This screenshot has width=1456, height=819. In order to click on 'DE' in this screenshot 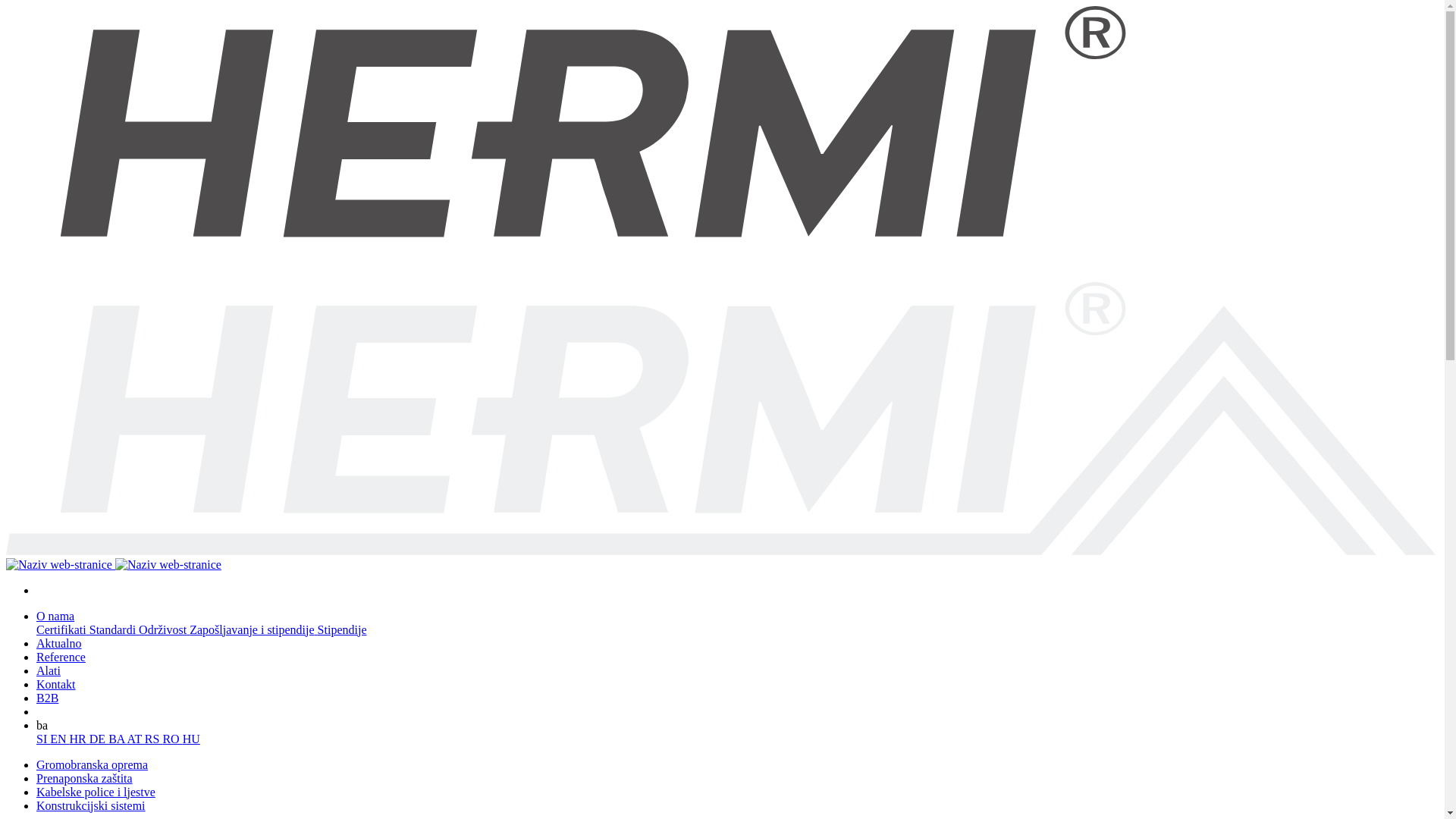, I will do `click(98, 738)`.